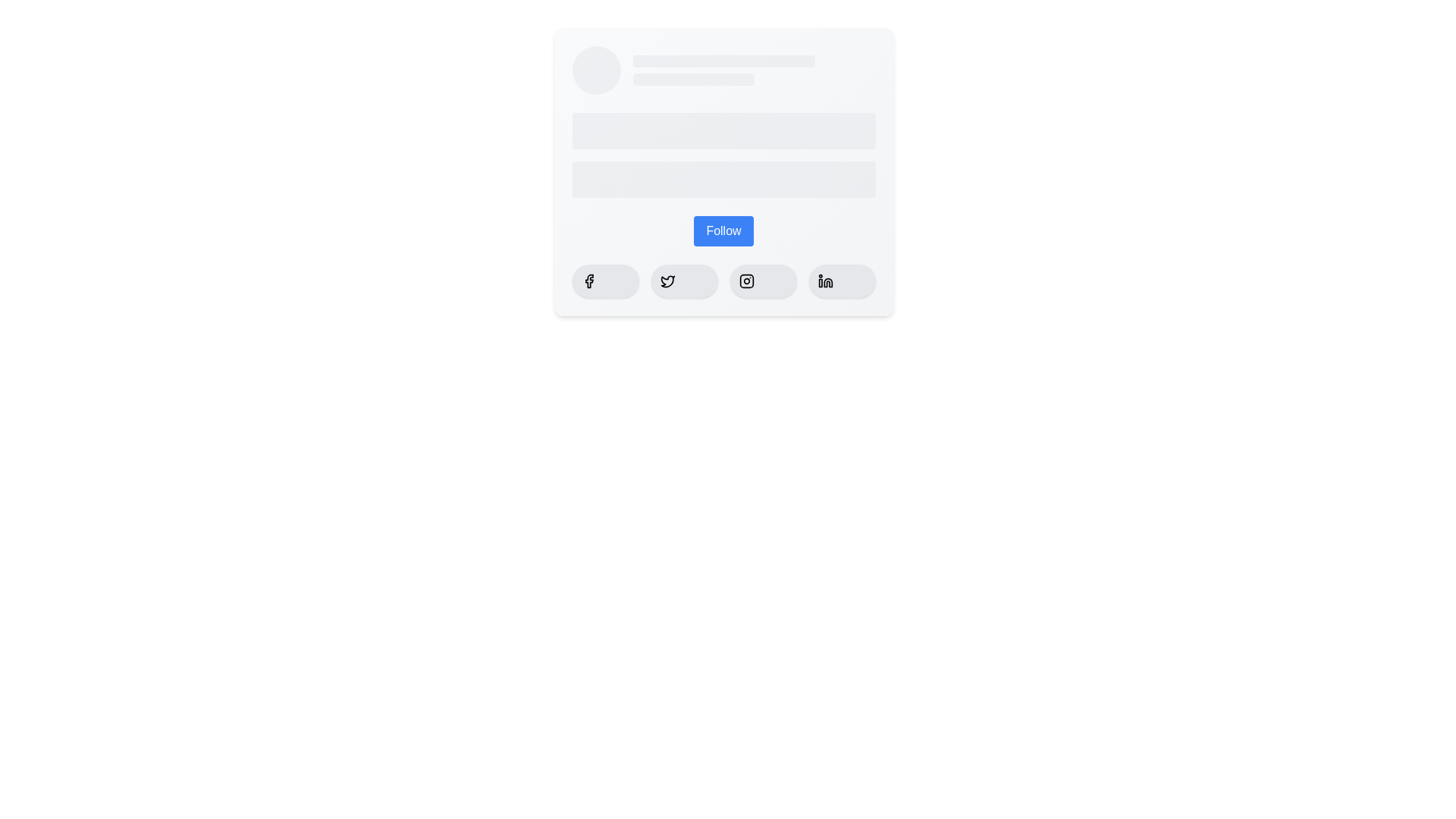 The height and width of the screenshot is (819, 1456). What do you see at coordinates (588, 281) in the screenshot?
I see `the Facebook icon button, which is a circular button with a thin stroke outline depicting the Facebook logo, located at the bottom-left corner of a grid of social media icons` at bounding box center [588, 281].